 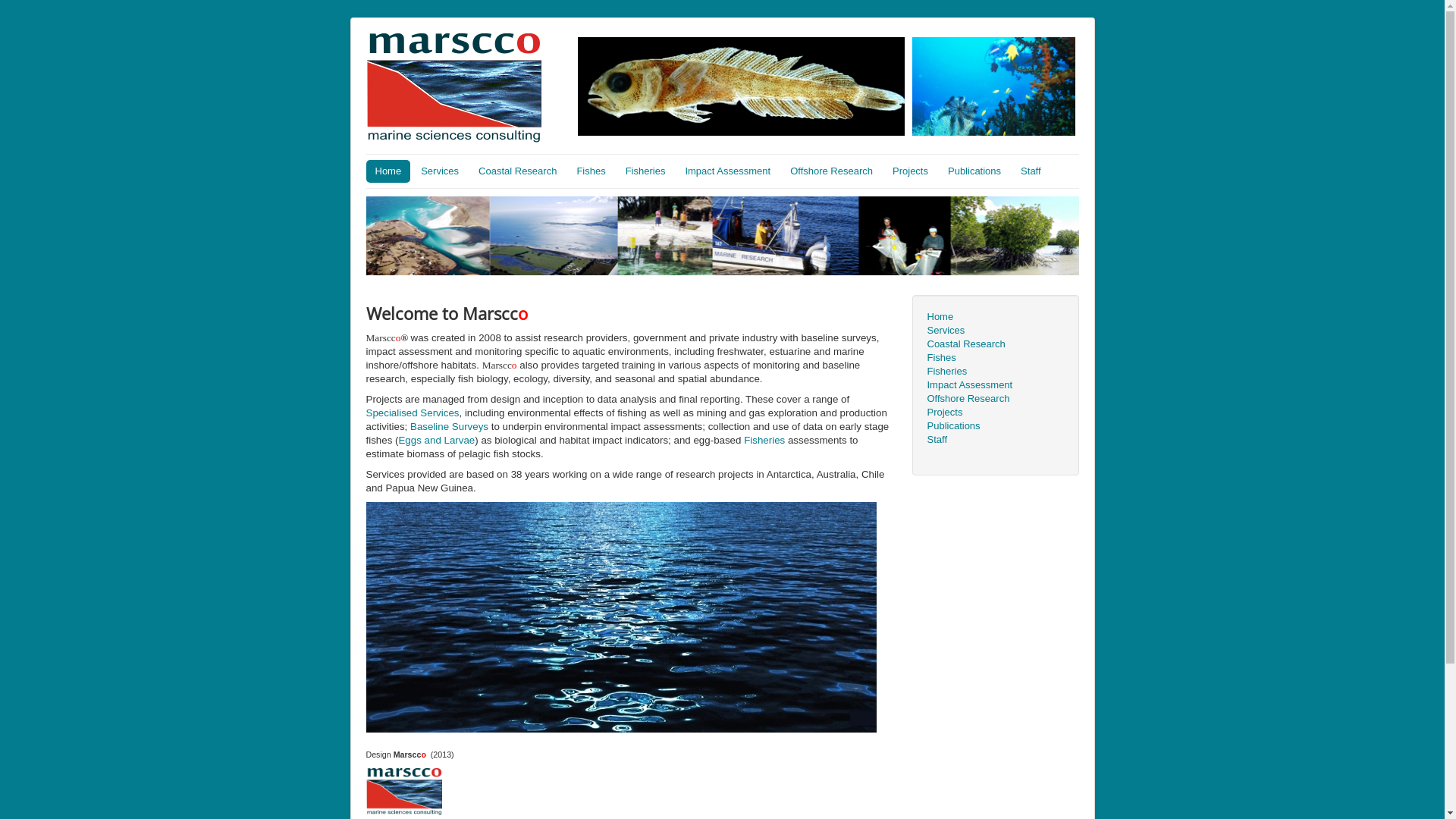 What do you see at coordinates (994, 384) in the screenshot?
I see `'Impact Assessment'` at bounding box center [994, 384].